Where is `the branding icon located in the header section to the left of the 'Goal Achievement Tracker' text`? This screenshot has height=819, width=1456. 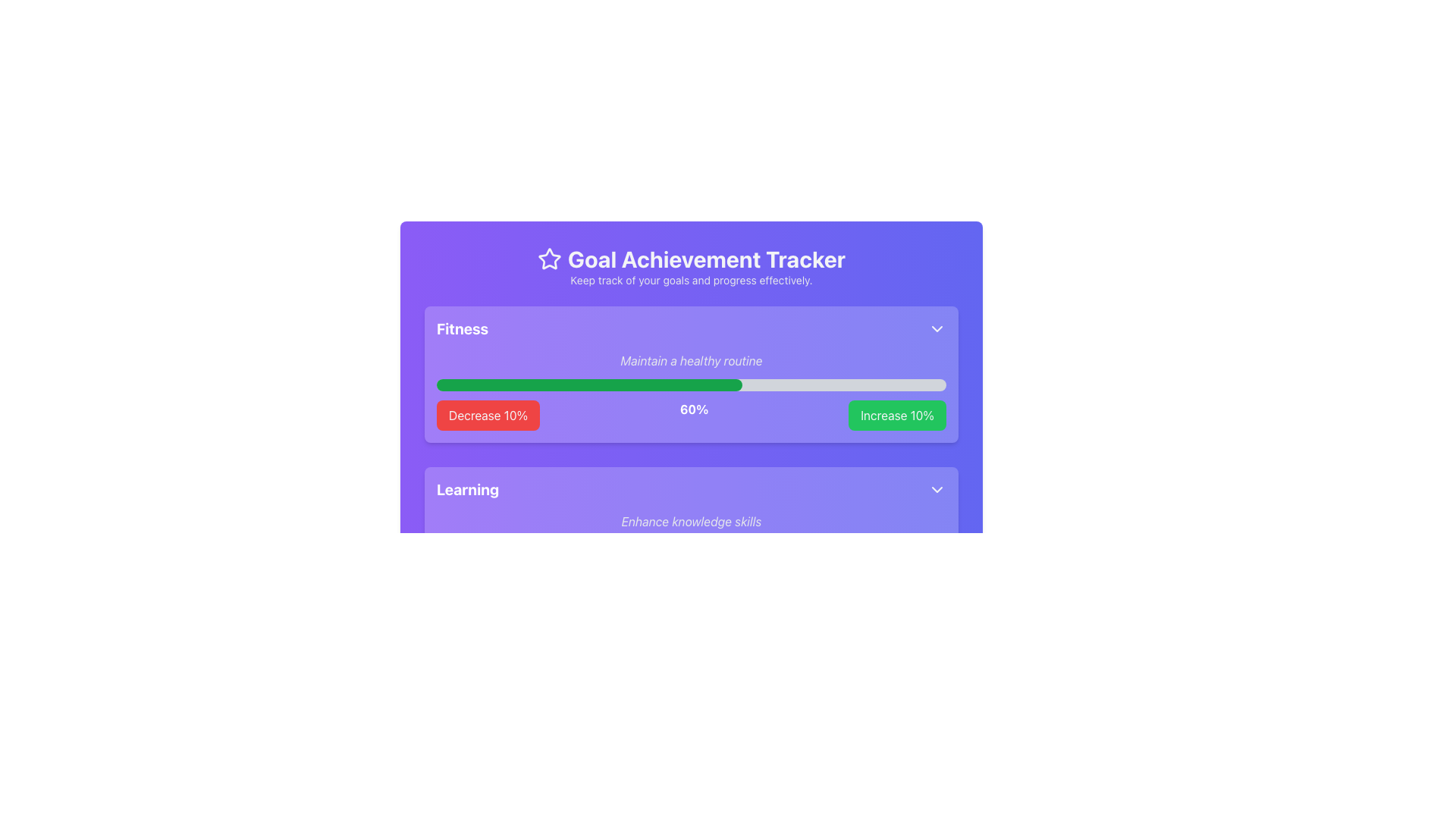 the branding icon located in the header section to the left of the 'Goal Achievement Tracker' text is located at coordinates (548, 257).